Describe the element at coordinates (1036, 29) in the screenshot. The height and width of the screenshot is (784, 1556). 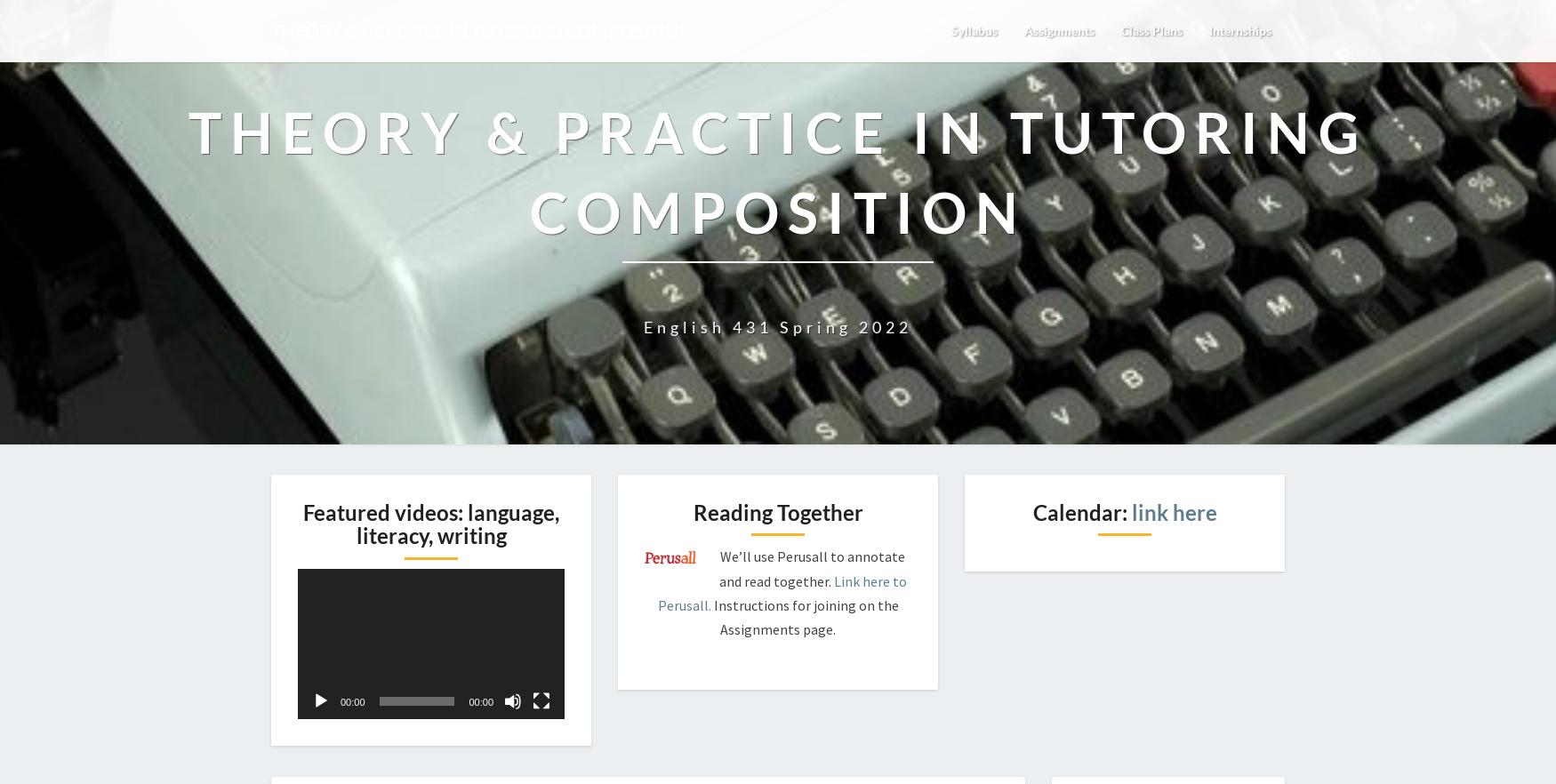
I see `'Assignments'` at that location.